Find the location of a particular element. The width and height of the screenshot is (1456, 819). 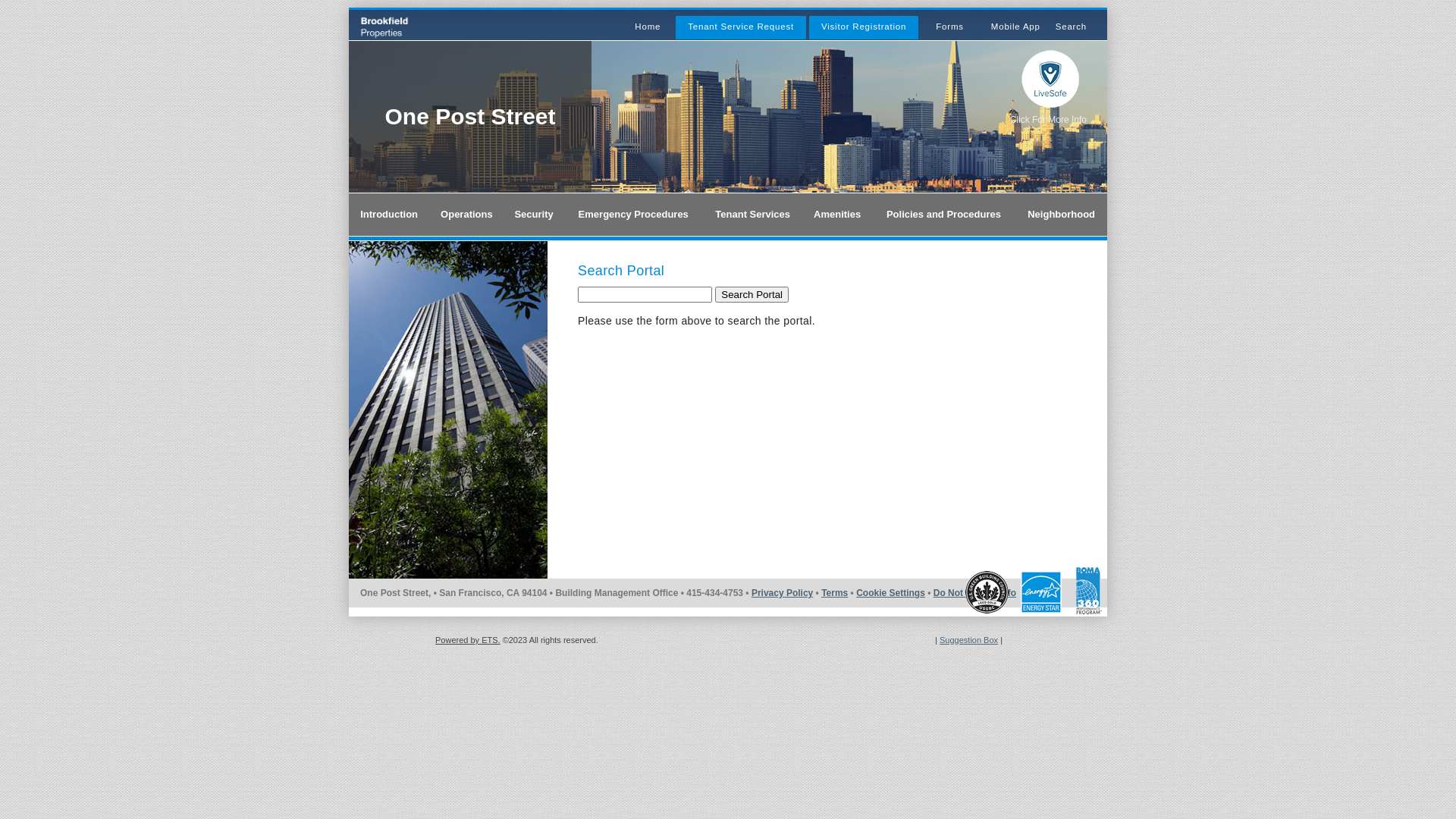

'Cookie Settings' is located at coordinates (890, 592).